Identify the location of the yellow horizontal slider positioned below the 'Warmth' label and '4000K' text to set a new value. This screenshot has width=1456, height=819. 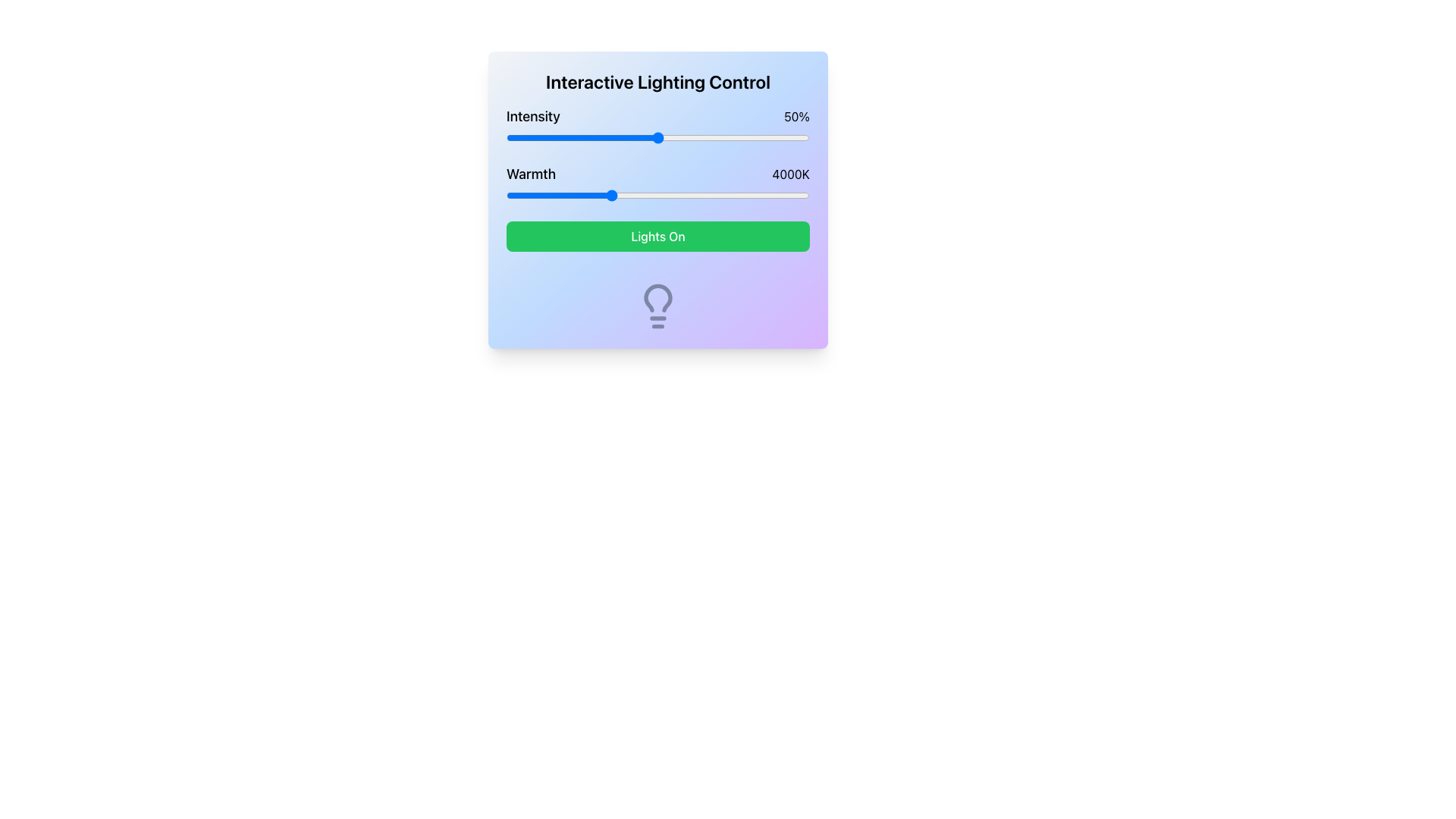
(658, 195).